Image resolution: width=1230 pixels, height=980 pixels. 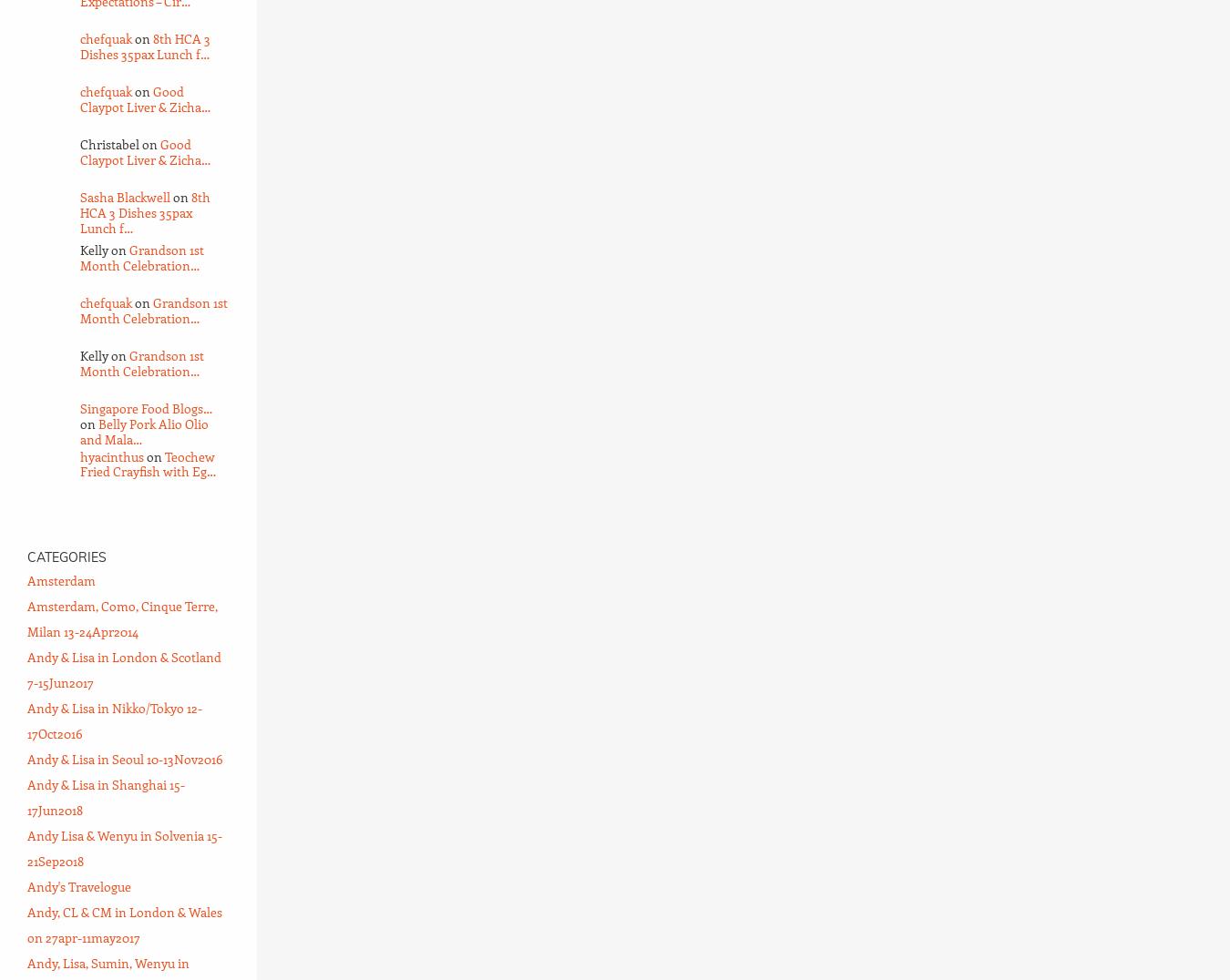 What do you see at coordinates (111, 455) in the screenshot?
I see `'hyacinthus'` at bounding box center [111, 455].